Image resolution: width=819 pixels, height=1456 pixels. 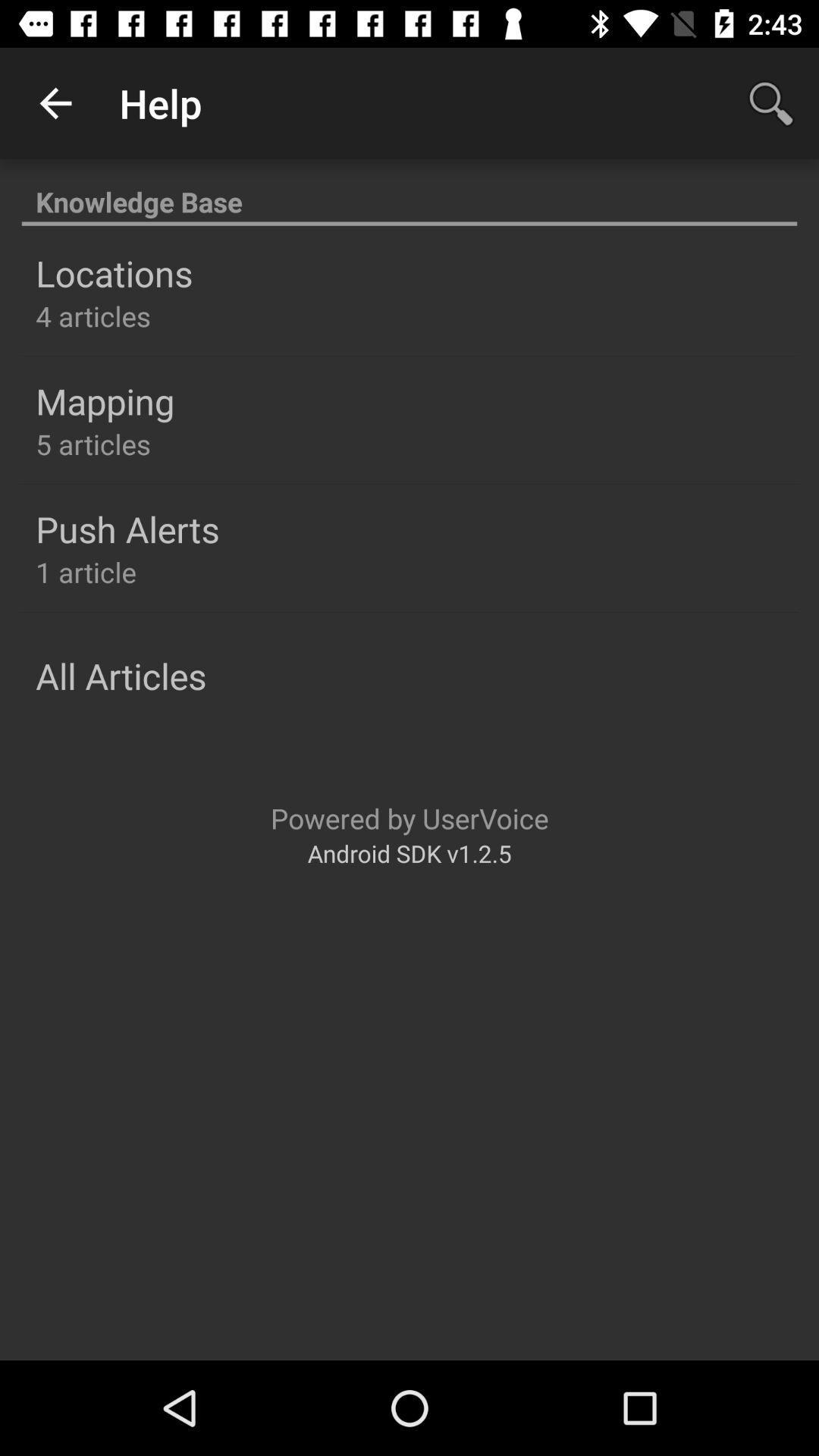 What do you see at coordinates (104, 401) in the screenshot?
I see `the mapping` at bounding box center [104, 401].